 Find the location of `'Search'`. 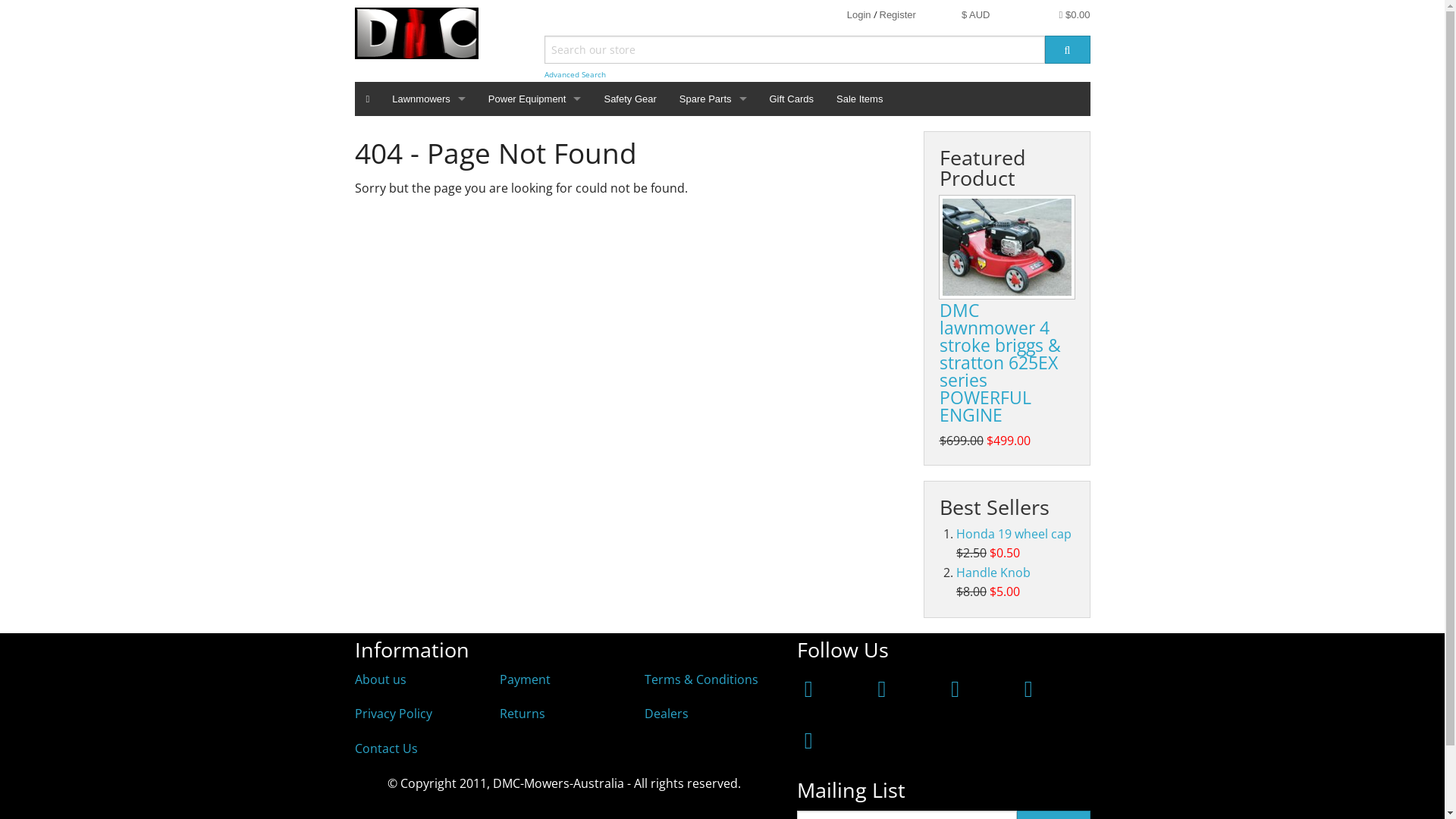

'Search' is located at coordinates (1043, 49).